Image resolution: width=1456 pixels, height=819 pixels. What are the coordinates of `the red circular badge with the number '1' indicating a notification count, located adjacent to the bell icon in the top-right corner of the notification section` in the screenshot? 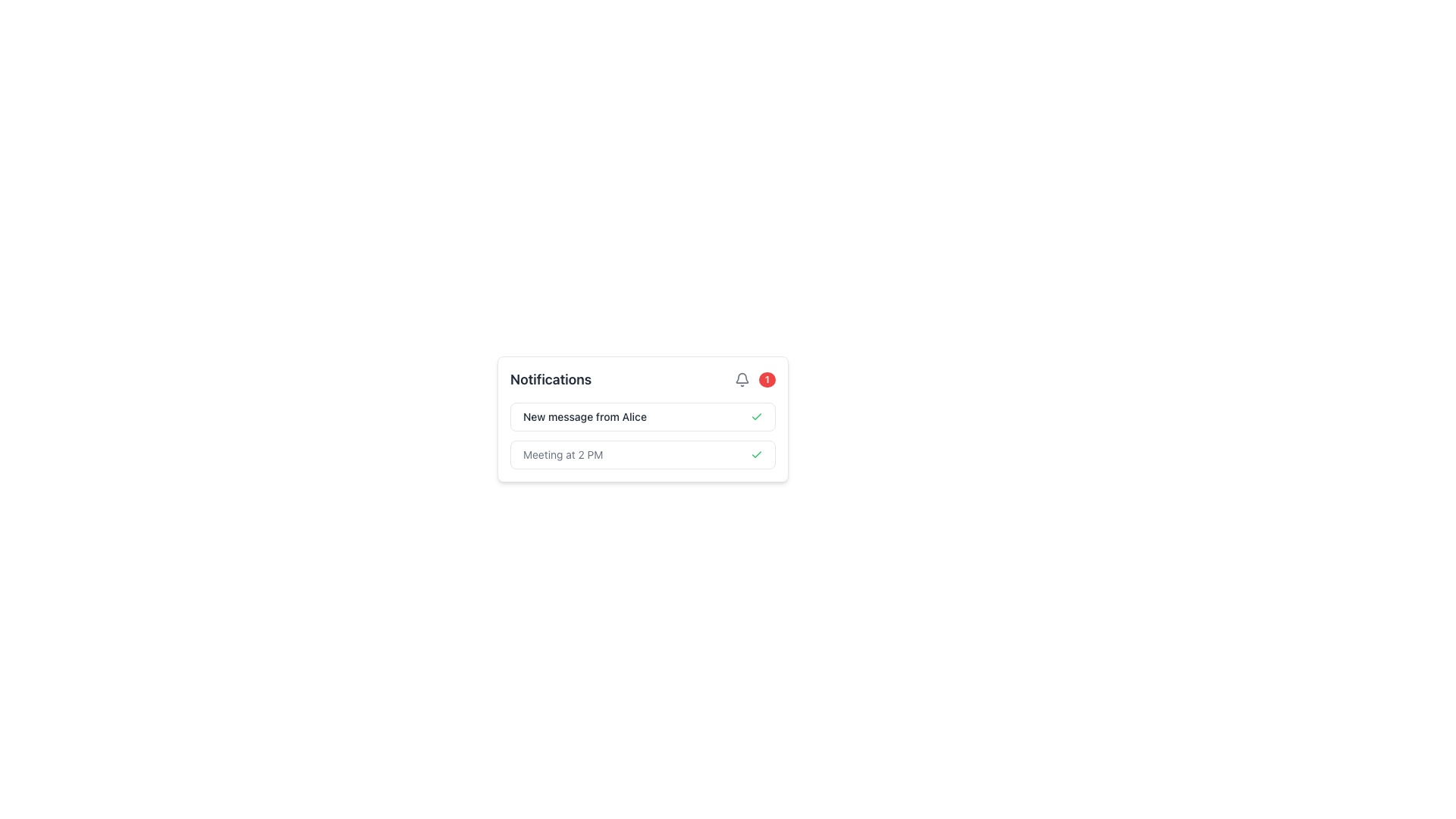 It's located at (755, 379).